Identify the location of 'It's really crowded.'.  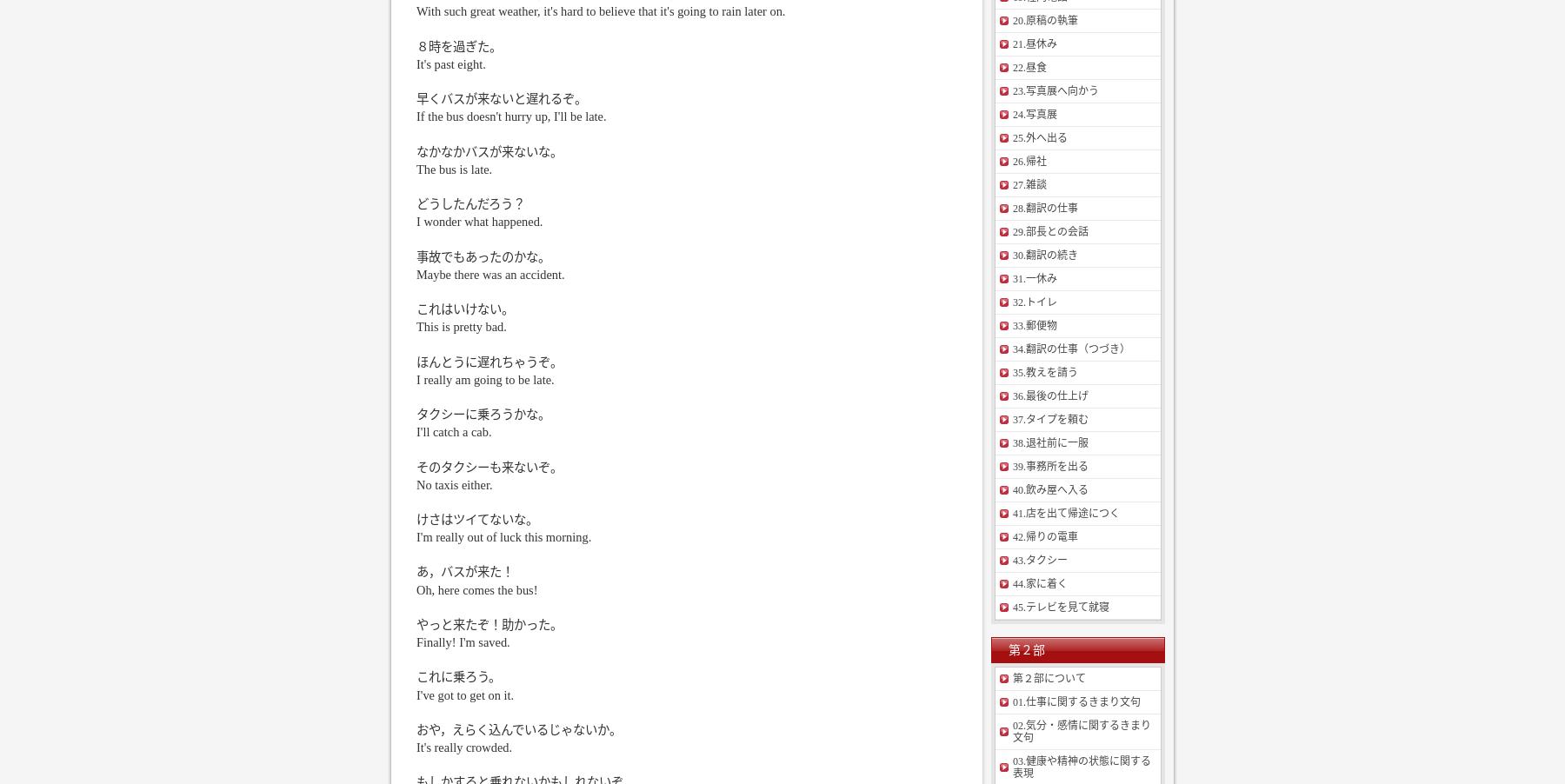
(463, 747).